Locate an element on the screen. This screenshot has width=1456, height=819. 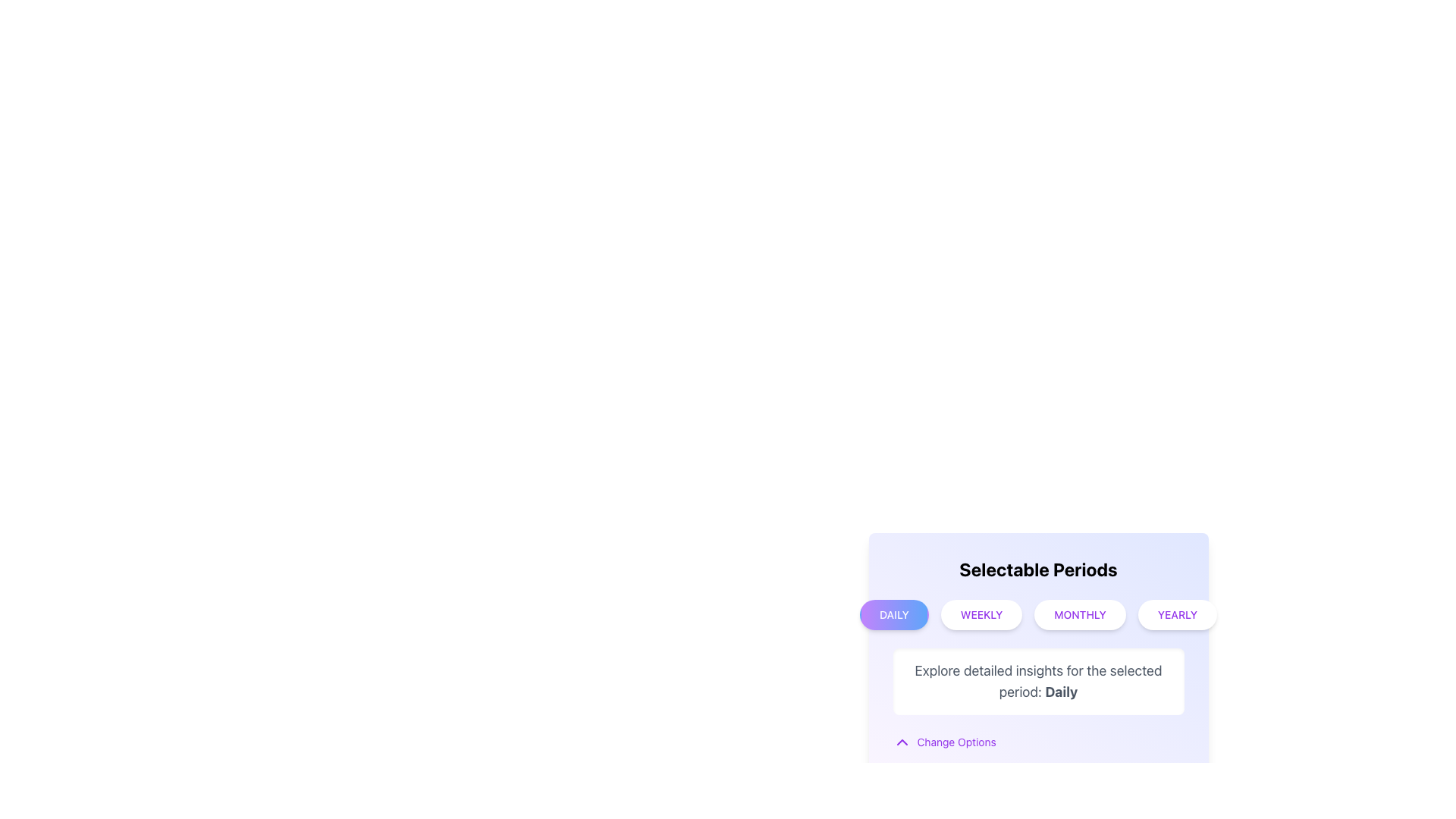
the 'Yearly' button, which is the last button in a row of four is located at coordinates (1176, 614).